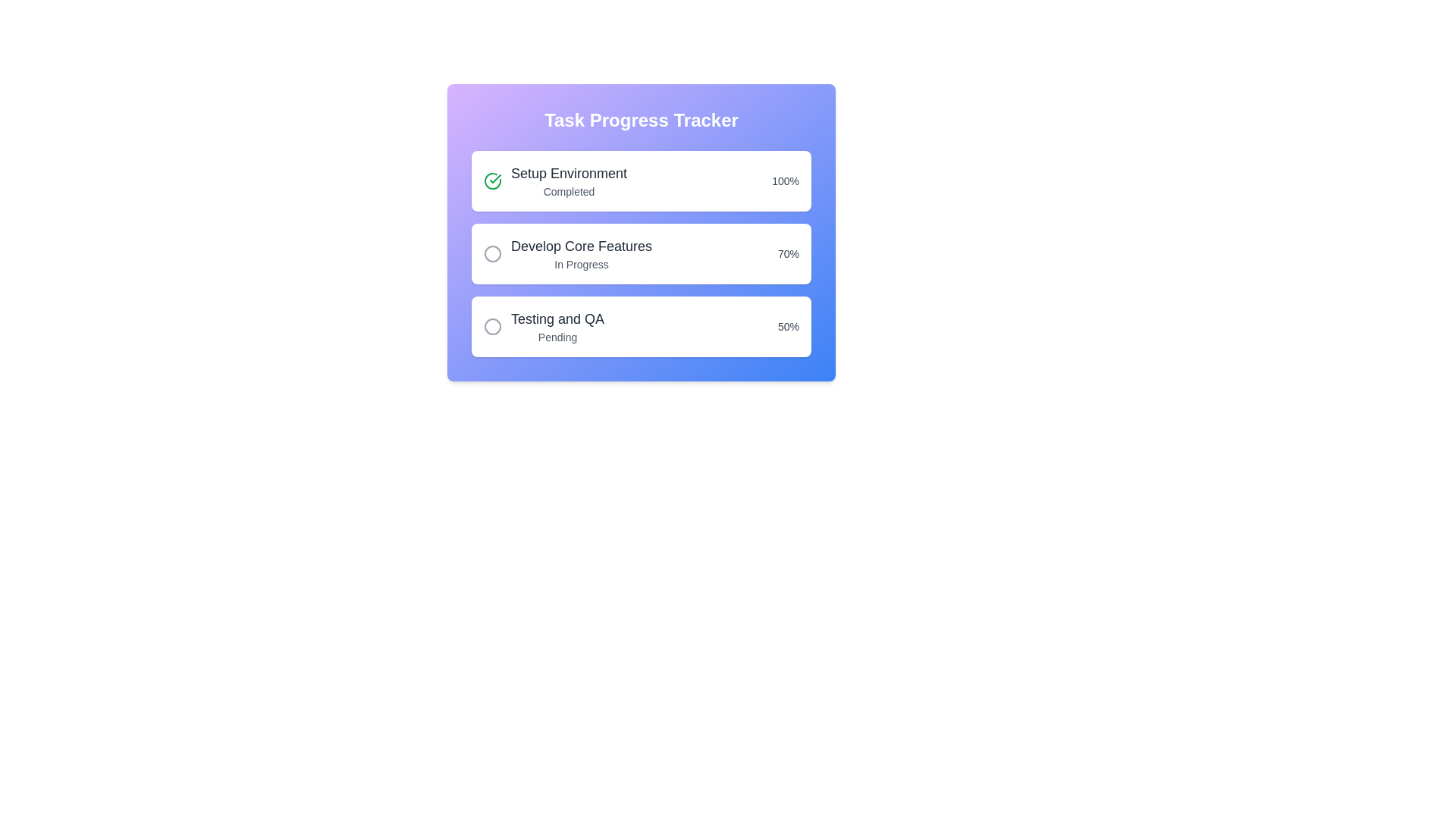 Image resolution: width=1456 pixels, height=819 pixels. I want to click on the heading text that displays 'Task Progress Tracker', which is located at the upper section of the card with a gradient background, so click(641, 119).